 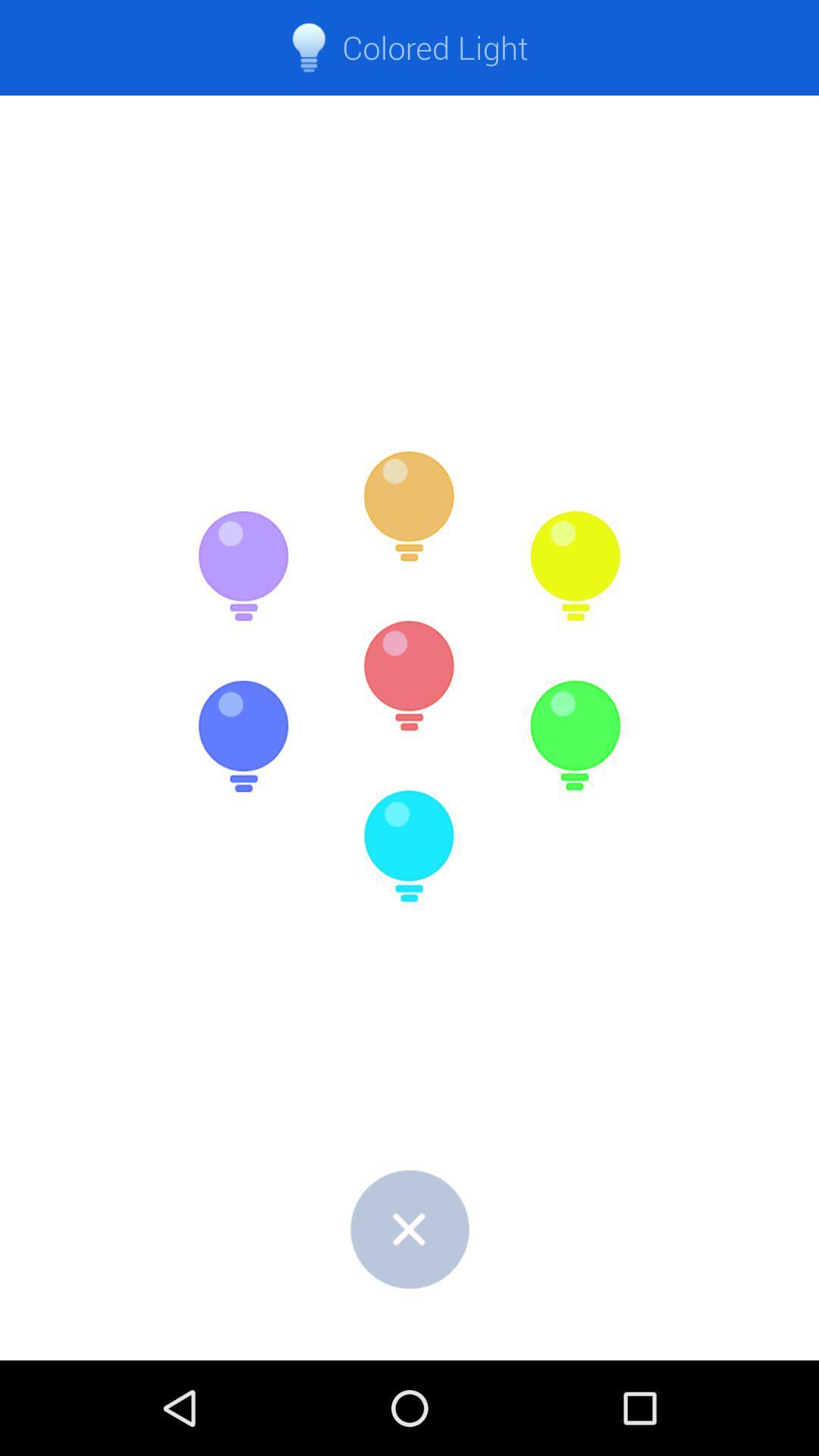 I want to click on a light, so click(x=243, y=566).